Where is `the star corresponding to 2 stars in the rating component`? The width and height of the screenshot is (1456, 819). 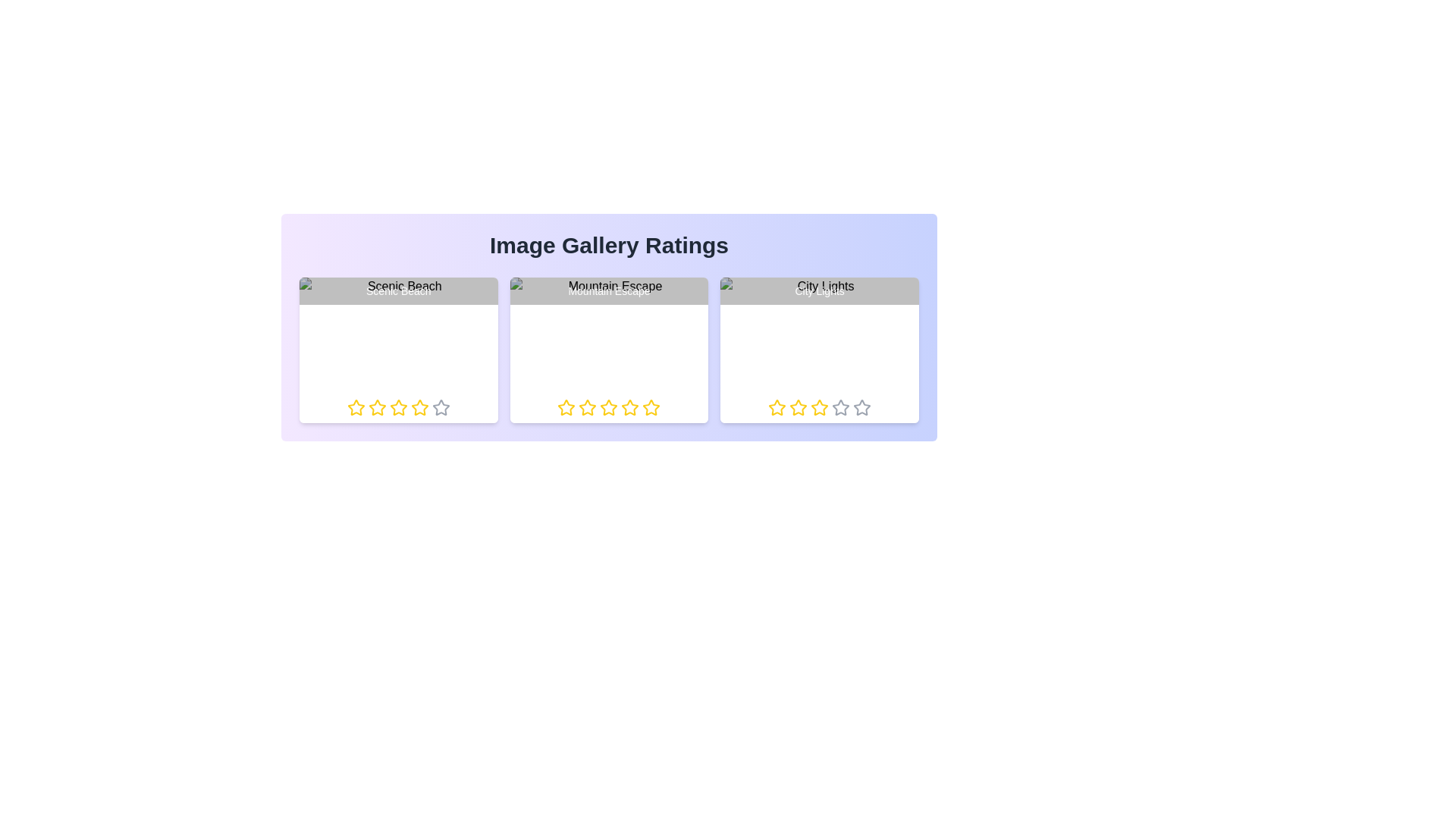
the star corresponding to 2 stars in the rating component is located at coordinates (377, 406).